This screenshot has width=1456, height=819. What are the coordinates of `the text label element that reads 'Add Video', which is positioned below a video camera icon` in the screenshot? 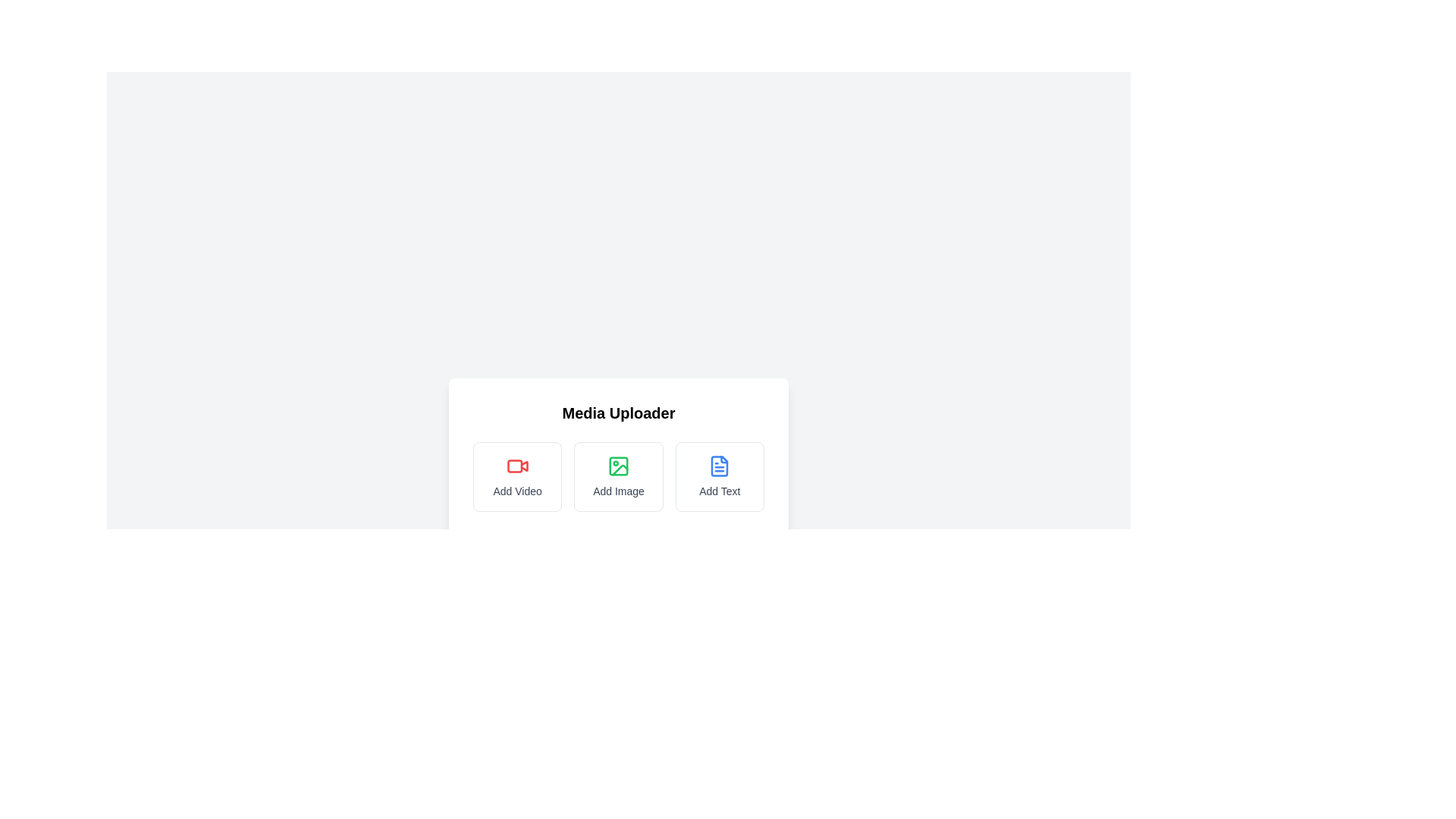 It's located at (517, 491).